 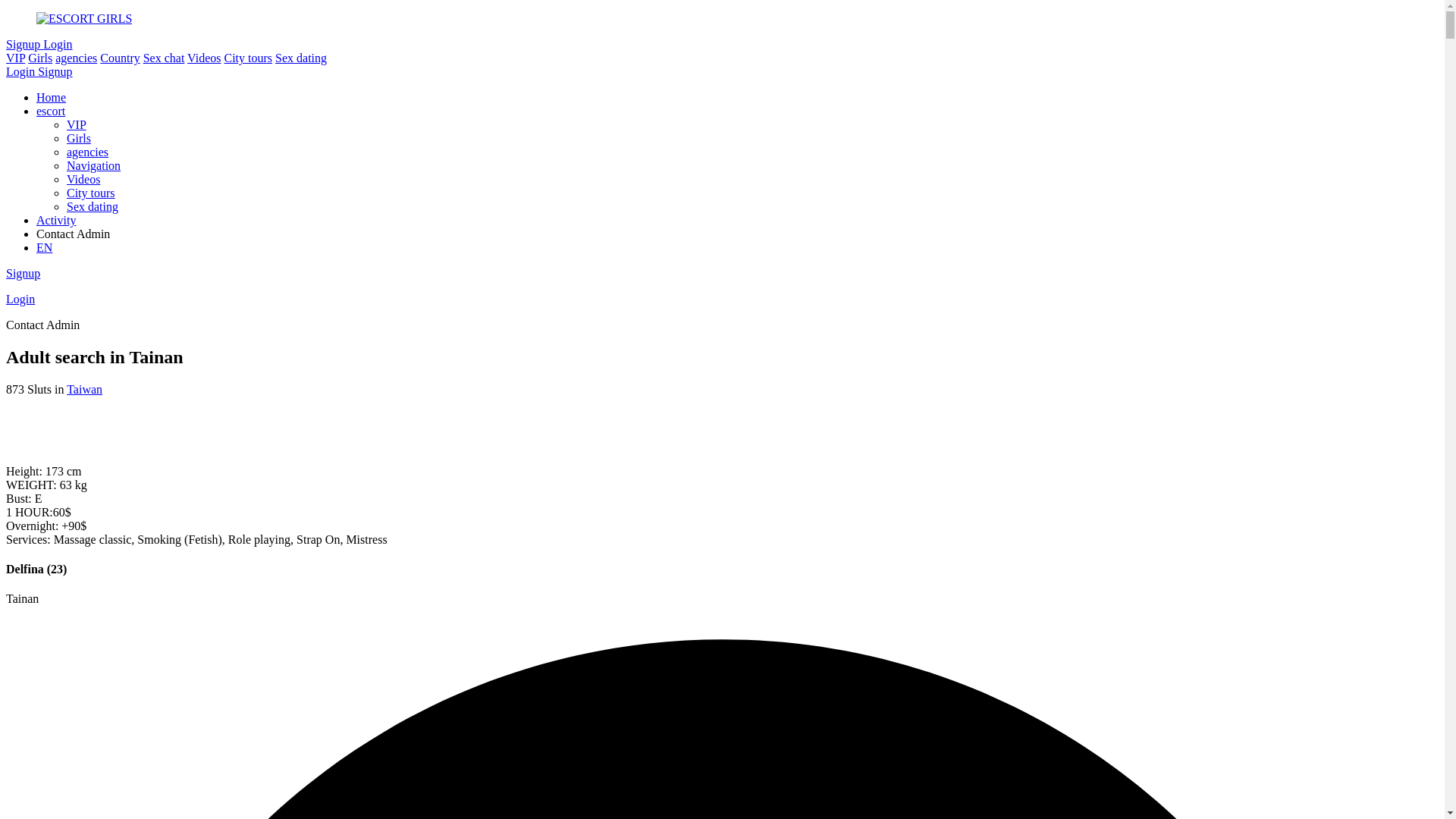 I want to click on 'Sex dating', so click(x=65, y=206).